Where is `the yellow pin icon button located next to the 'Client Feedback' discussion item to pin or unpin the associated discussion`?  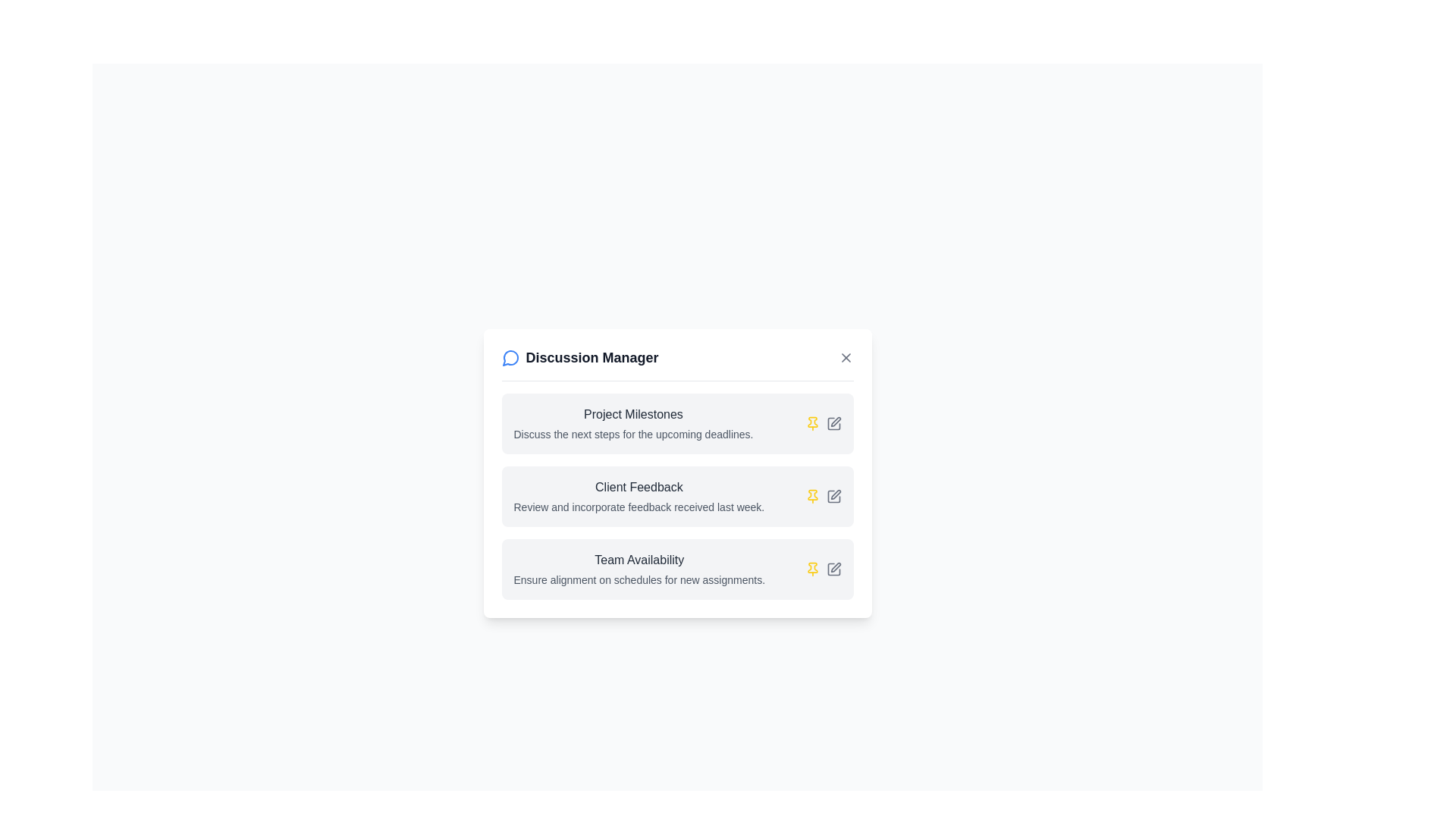
the yellow pin icon button located next to the 'Client Feedback' discussion item to pin or unpin the associated discussion is located at coordinates (811, 423).